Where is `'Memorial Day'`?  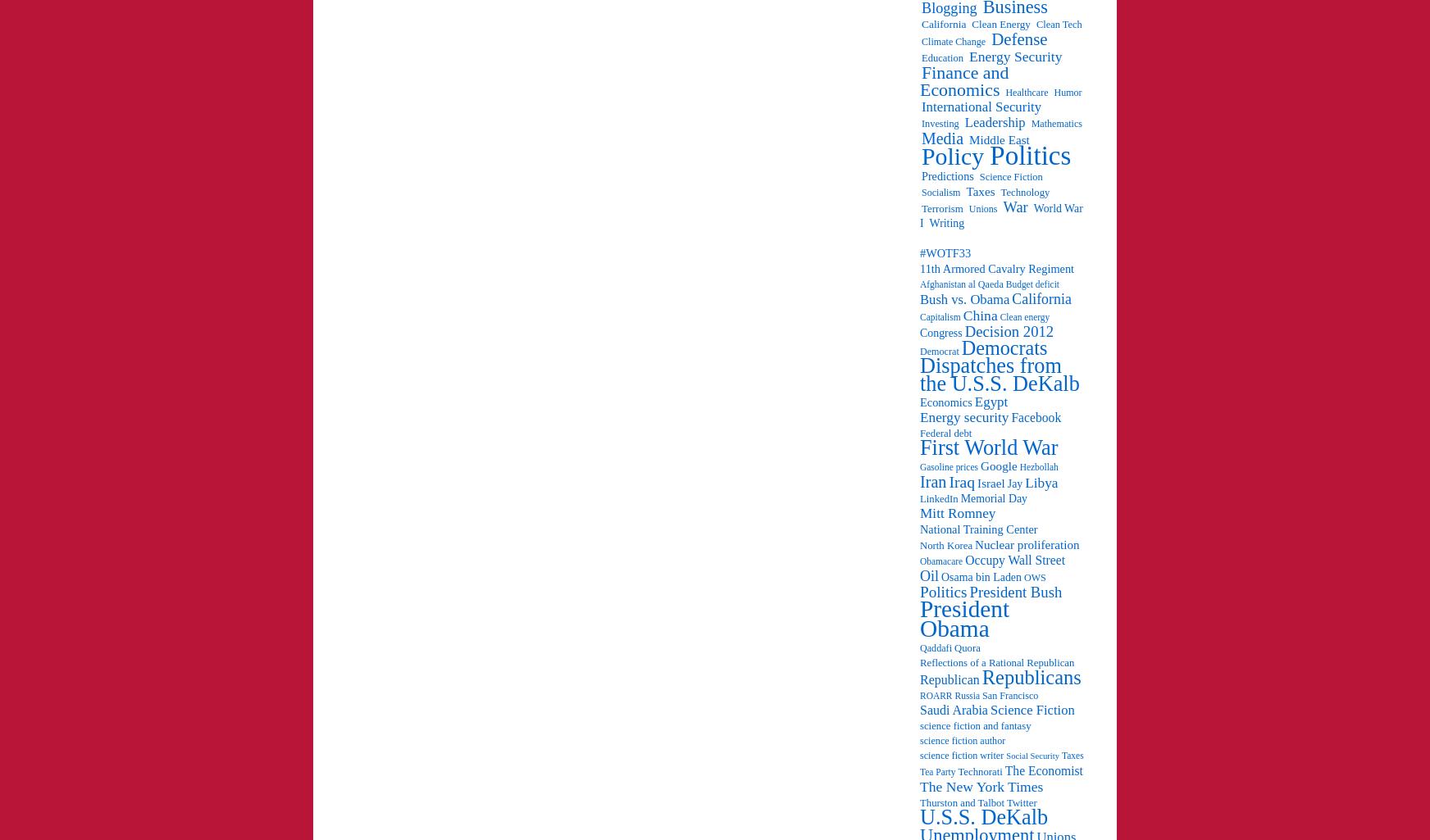
'Memorial Day' is located at coordinates (994, 497).